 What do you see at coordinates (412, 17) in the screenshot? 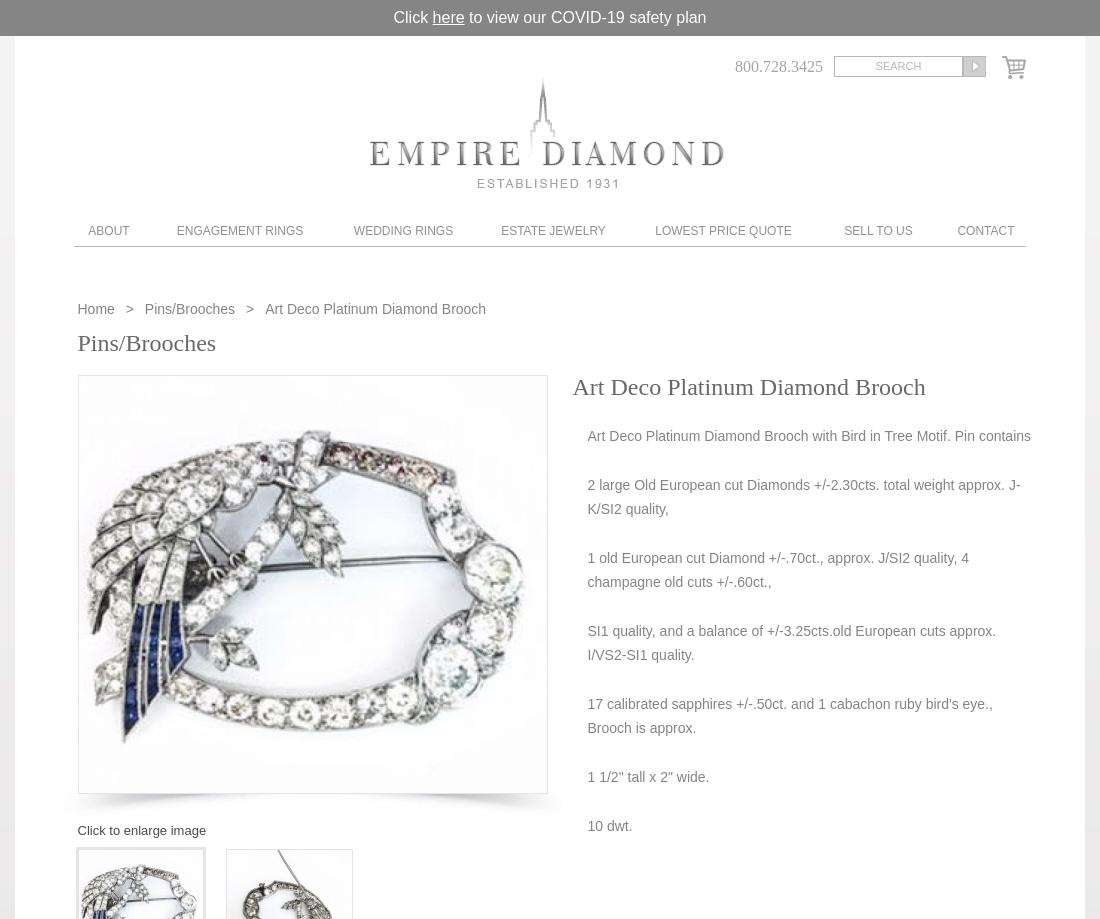
I see `'Click'` at bounding box center [412, 17].